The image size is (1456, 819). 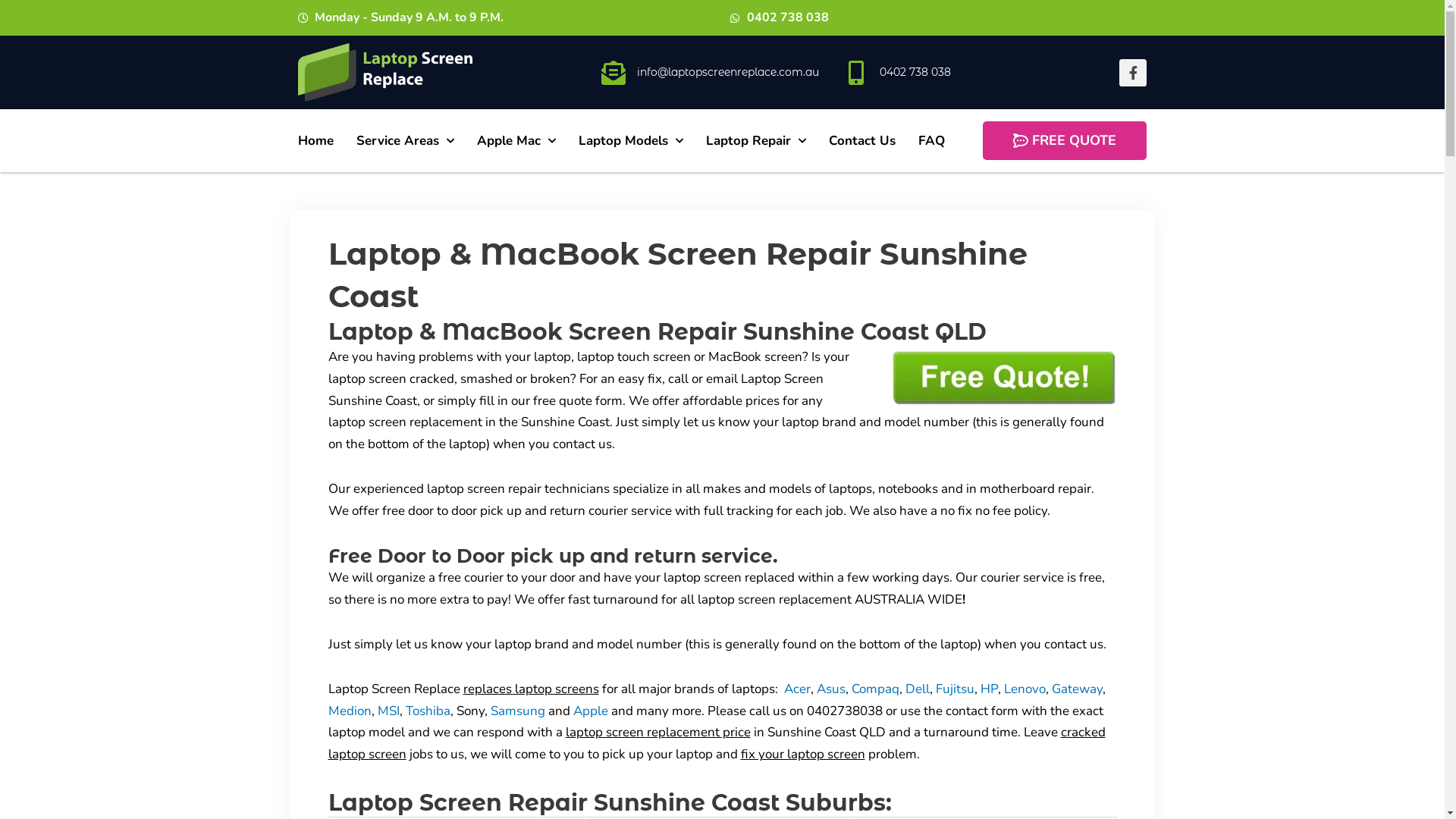 I want to click on 'Home', so click(x=314, y=140).